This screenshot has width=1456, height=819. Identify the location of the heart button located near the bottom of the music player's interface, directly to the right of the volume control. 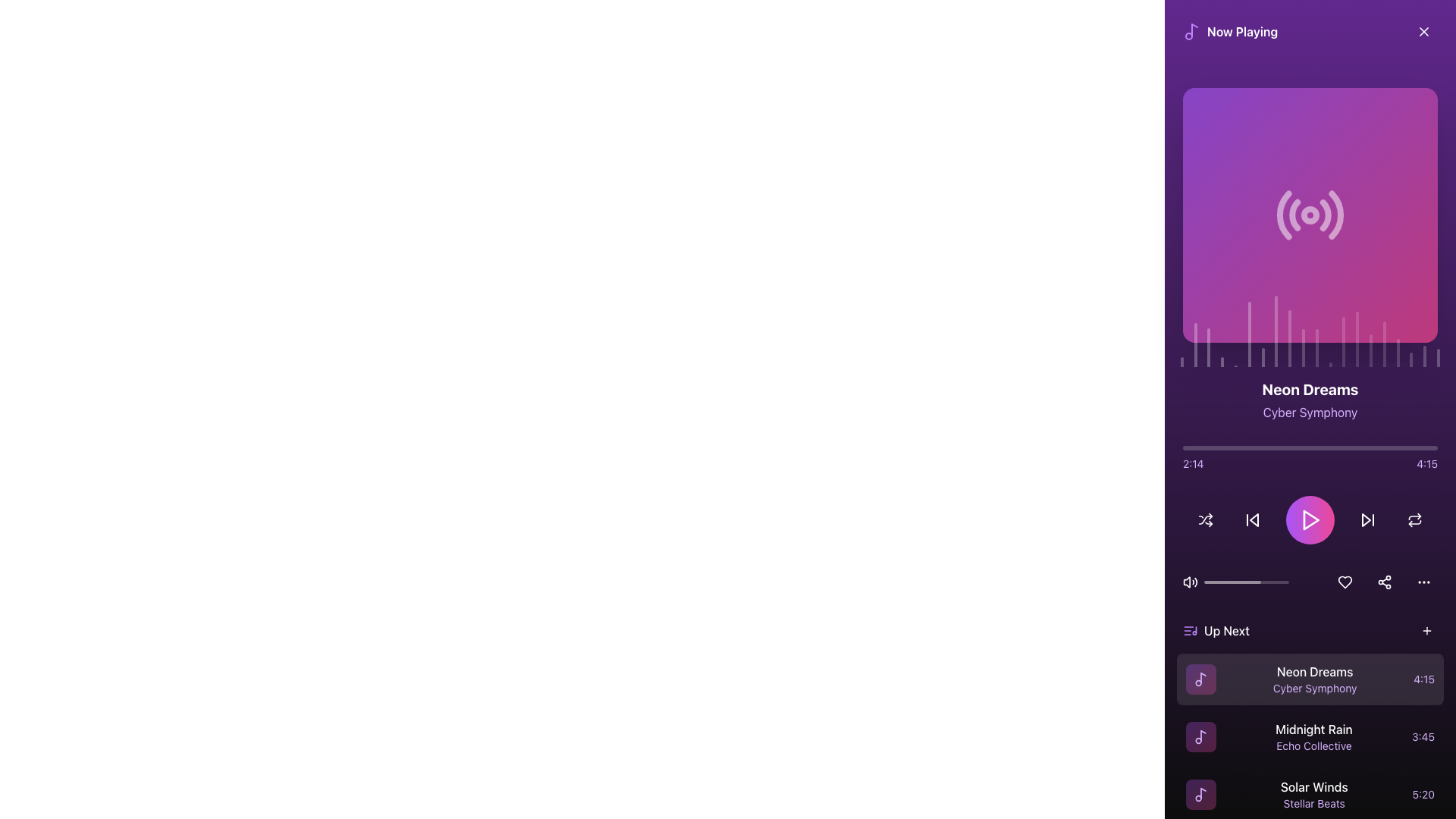
(1345, 581).